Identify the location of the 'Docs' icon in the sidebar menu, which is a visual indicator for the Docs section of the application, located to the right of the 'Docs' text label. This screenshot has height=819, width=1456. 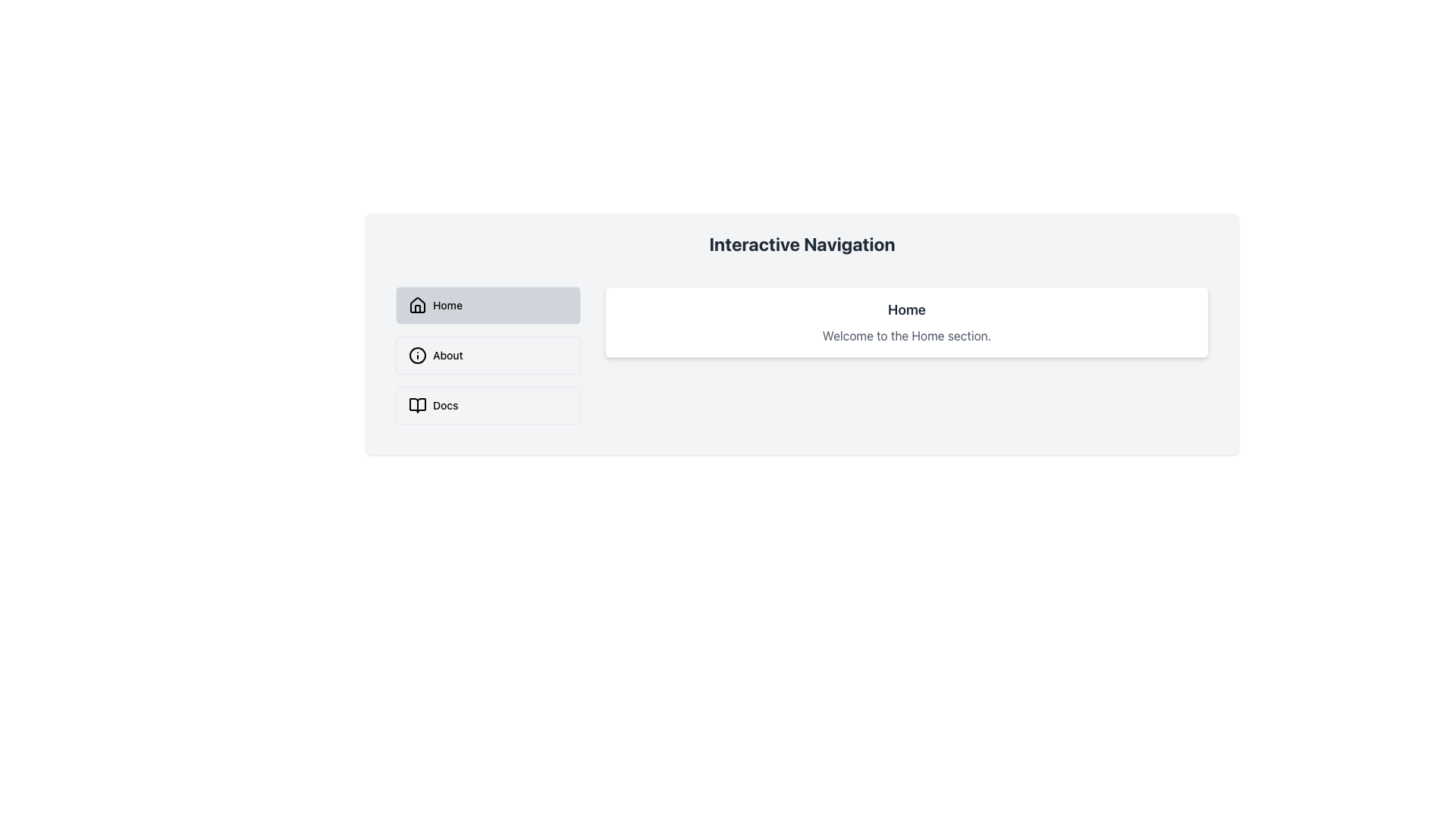
(418, 405).